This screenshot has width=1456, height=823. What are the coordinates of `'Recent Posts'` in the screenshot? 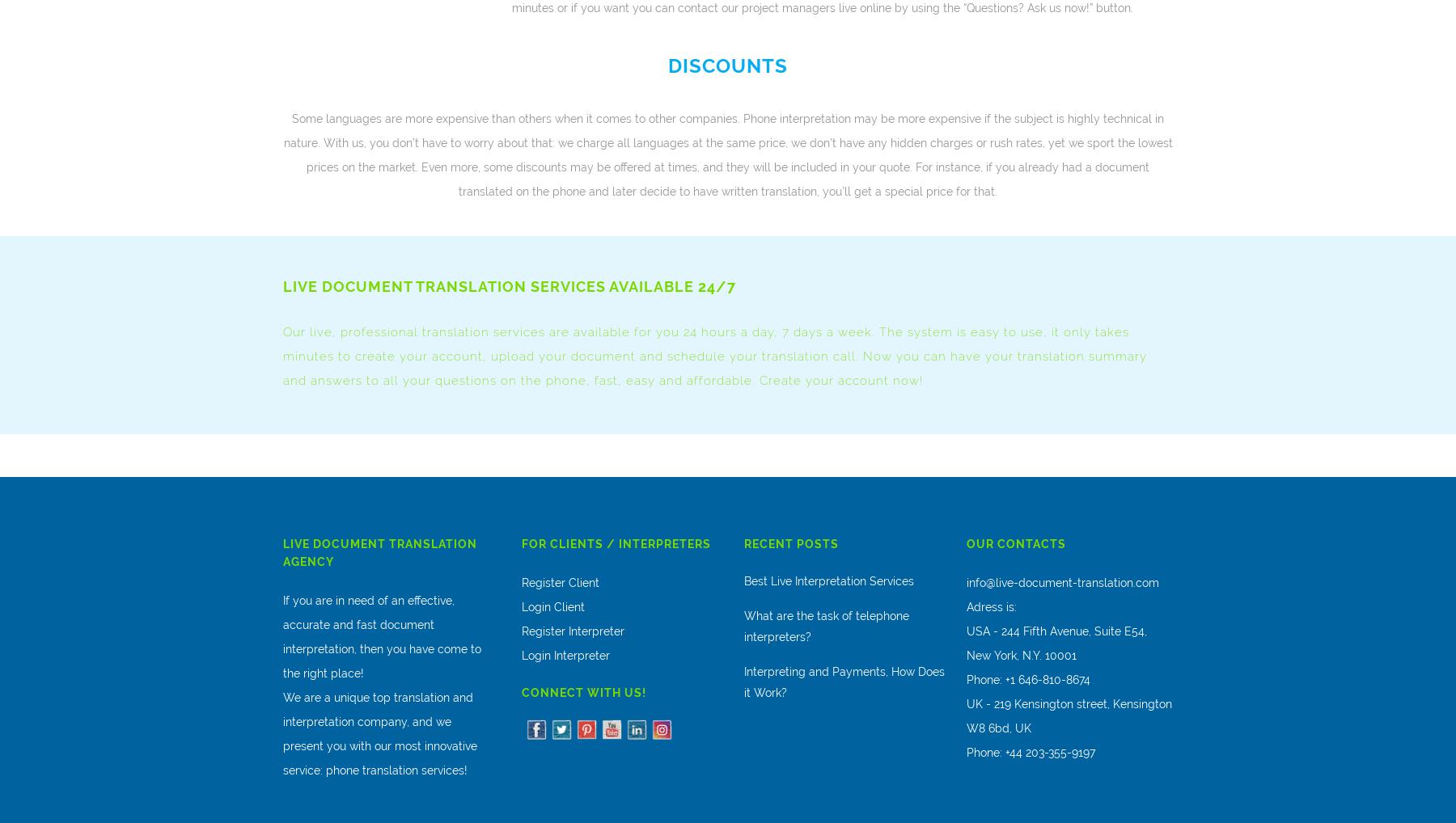 It's located at (790, 543).